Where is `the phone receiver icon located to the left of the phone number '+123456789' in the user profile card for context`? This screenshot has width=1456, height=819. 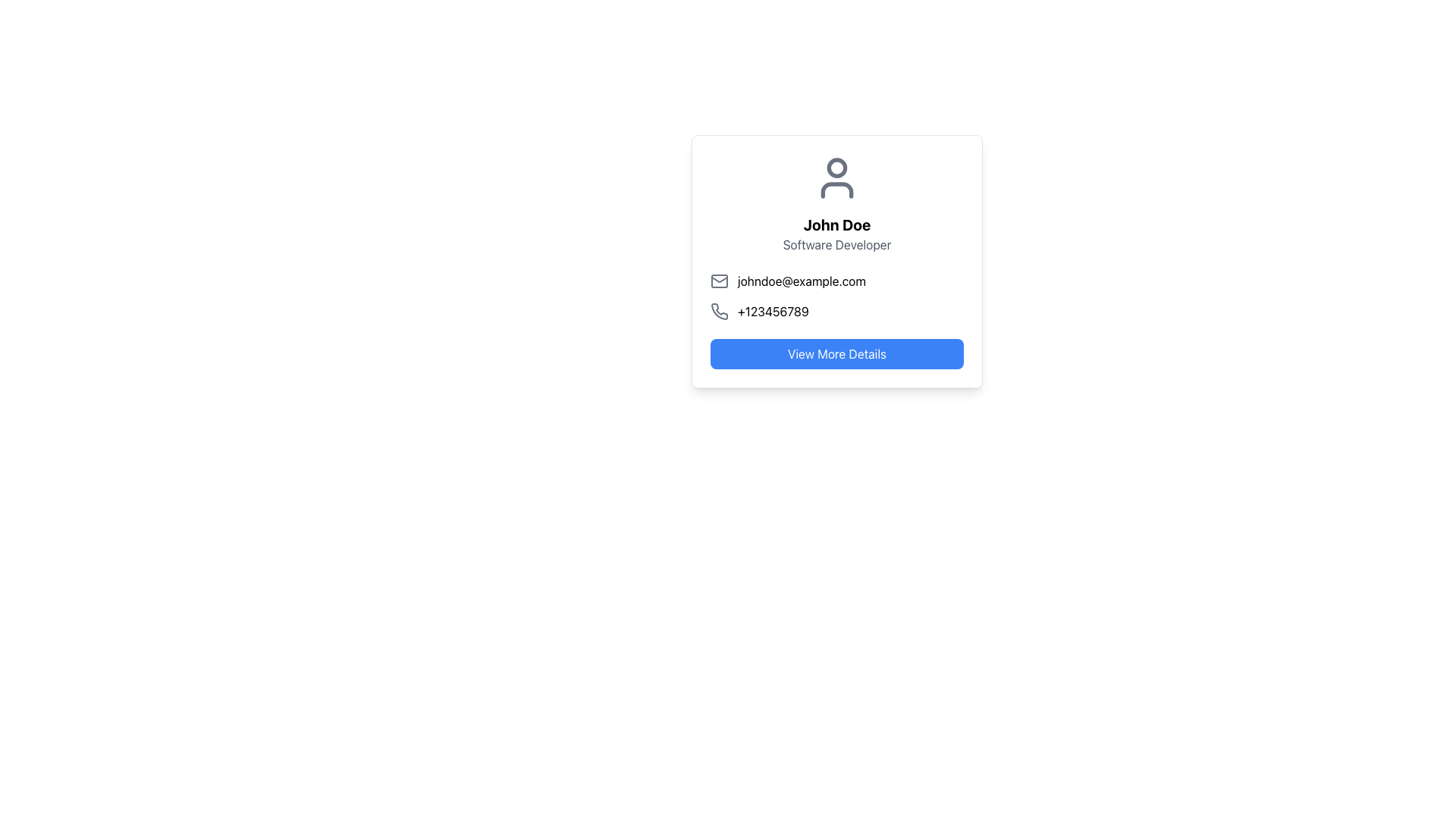 the phone receiver icon located to the left of the phone number '+123456789' in the user profile card for context is located at coordinates (719, 310).